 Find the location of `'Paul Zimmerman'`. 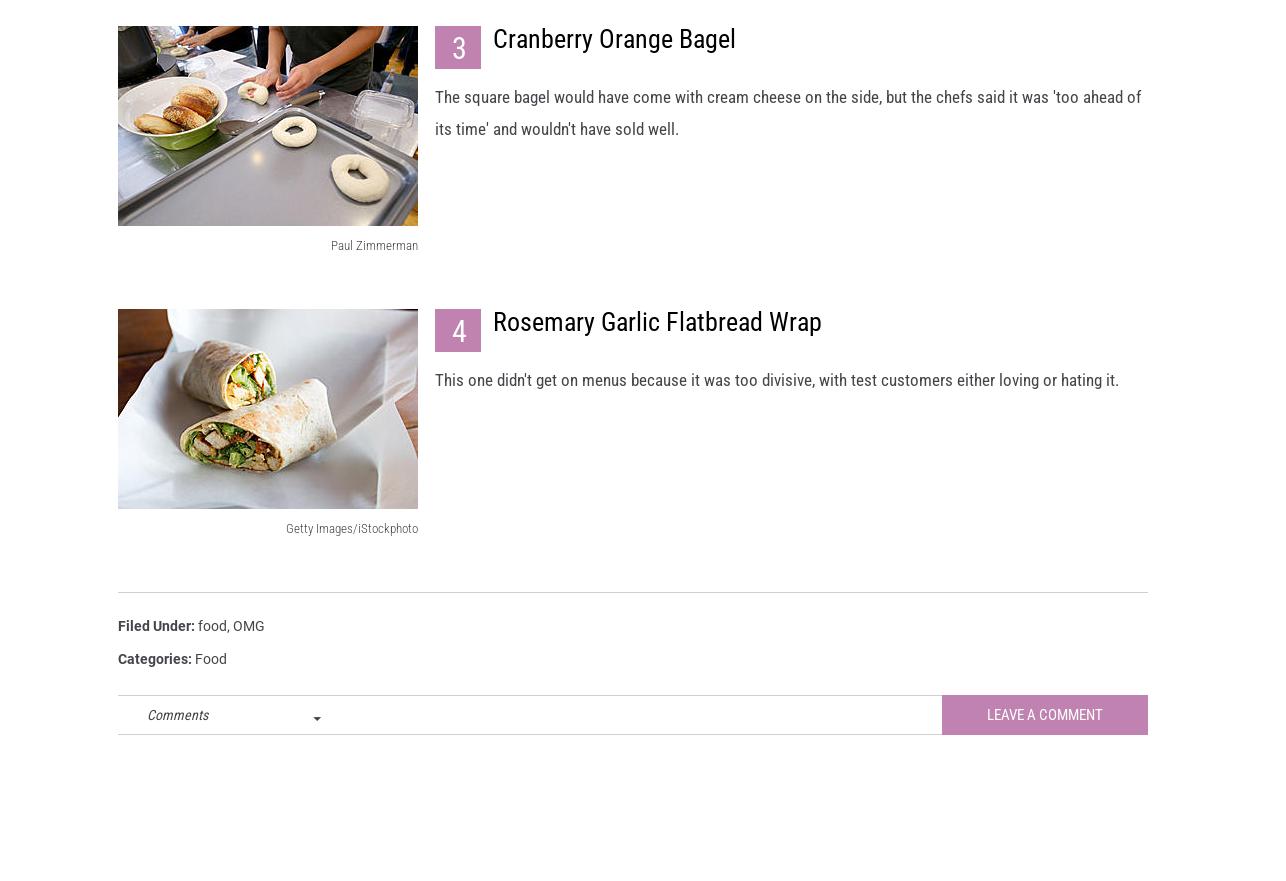

'Paul Zimmerman' is located at coordinates (373, 263).